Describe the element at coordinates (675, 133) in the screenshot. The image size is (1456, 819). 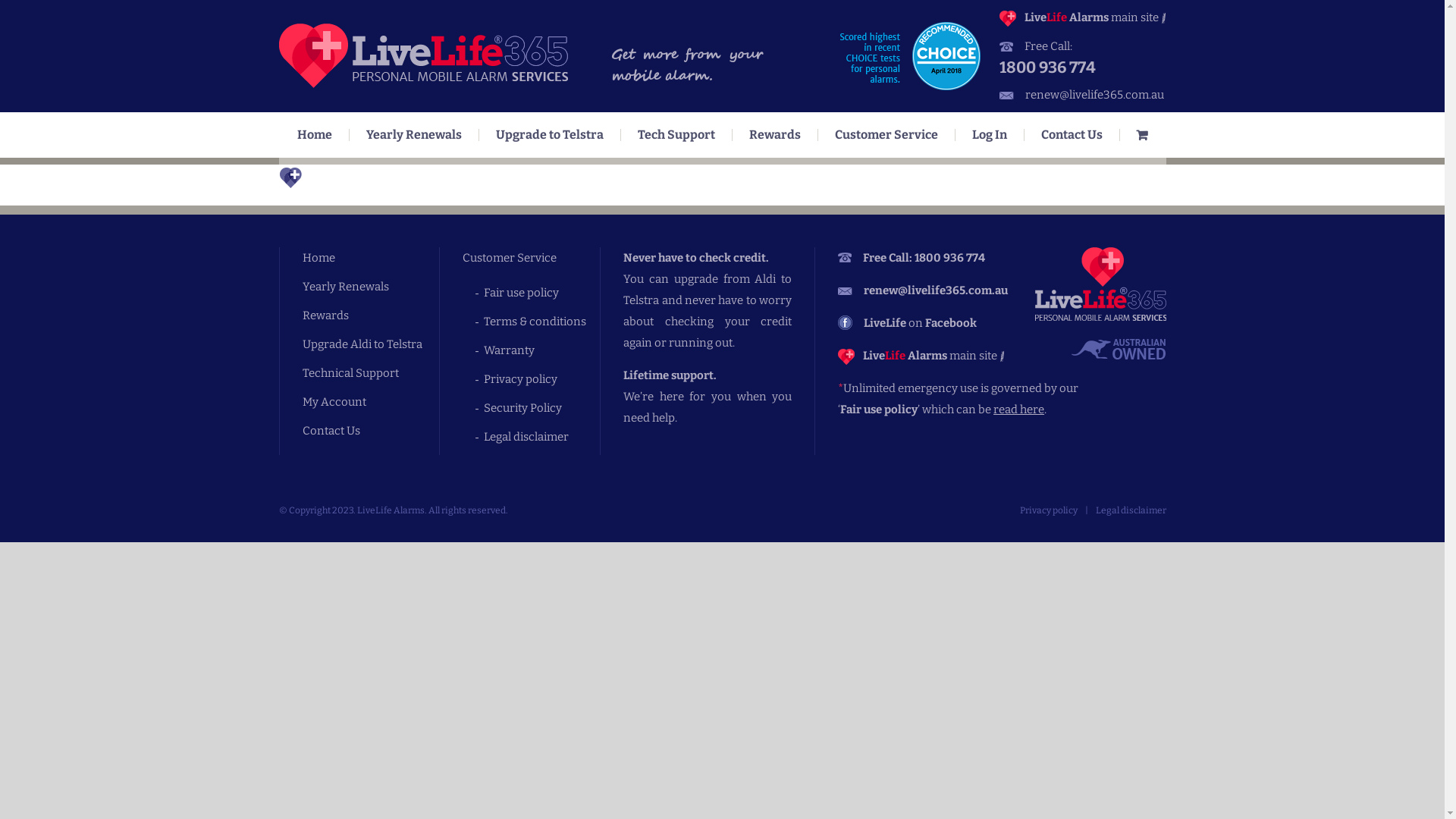
I see `'Tech Support'` at that location.